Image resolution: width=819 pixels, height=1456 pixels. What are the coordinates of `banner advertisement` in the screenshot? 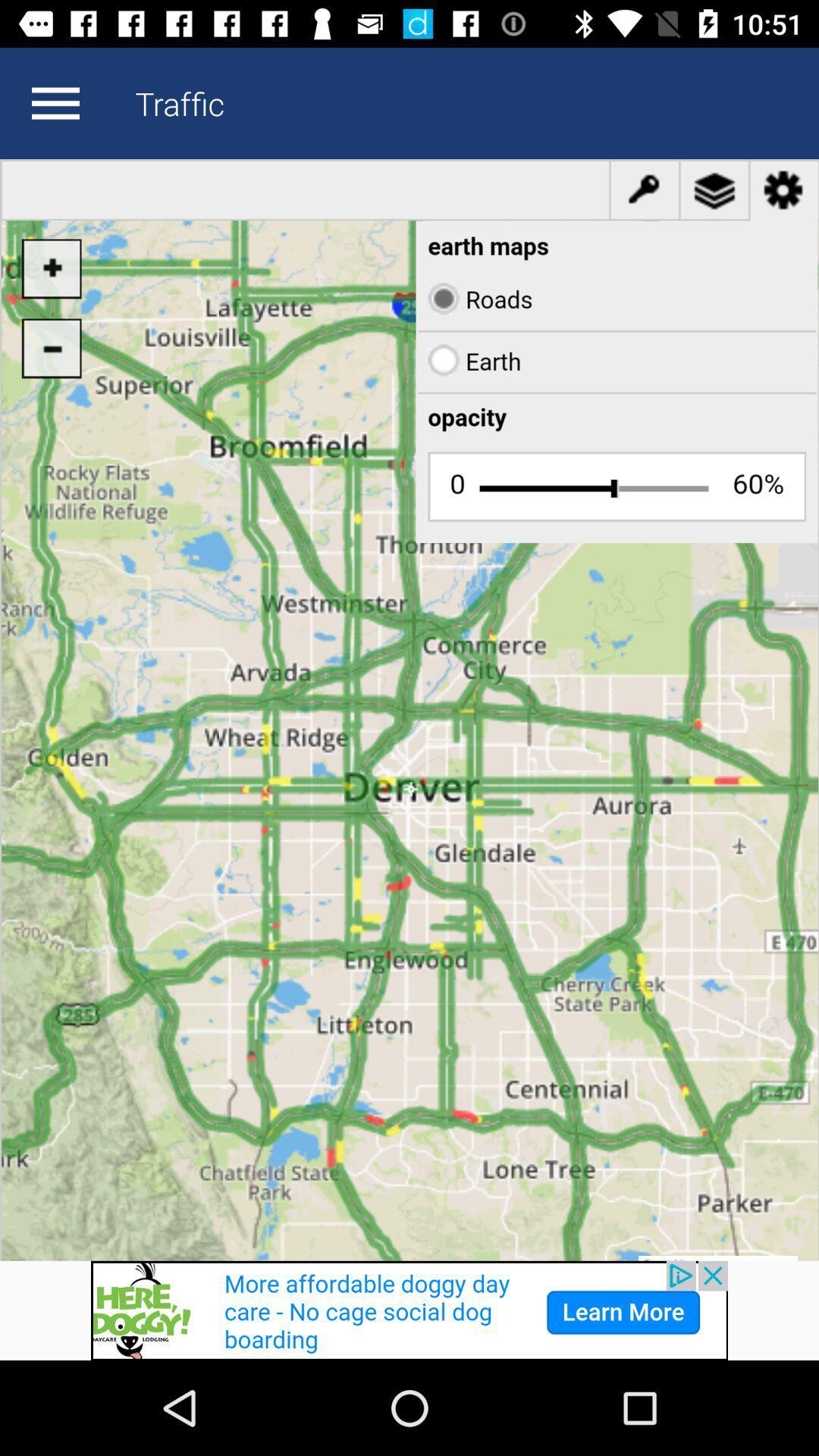 It's located at (409, 1310).